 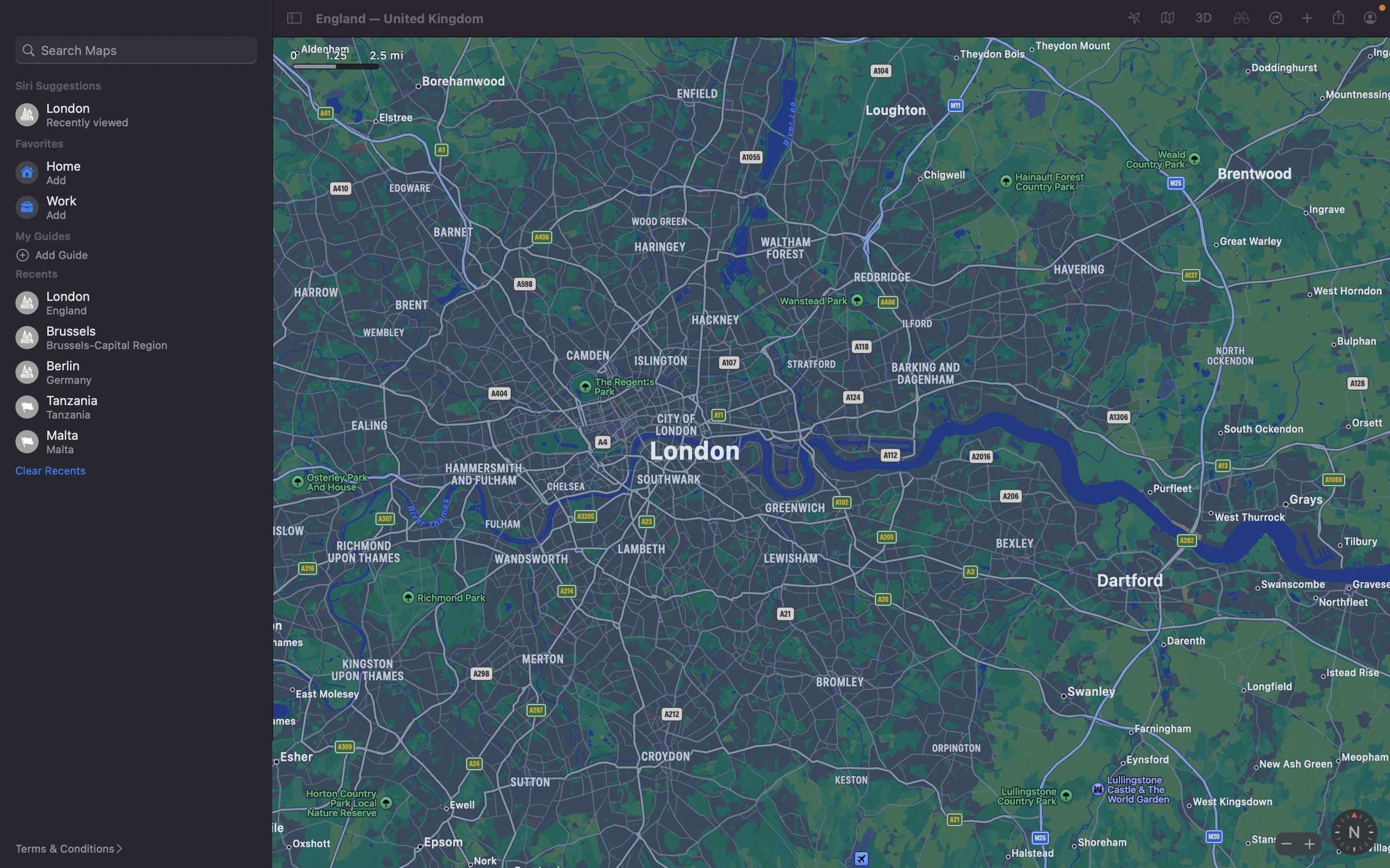 What do you see at coordinates (136, 49) in the screenshot?
I see `Locate local accommodations` at bounding box center [136, 49].